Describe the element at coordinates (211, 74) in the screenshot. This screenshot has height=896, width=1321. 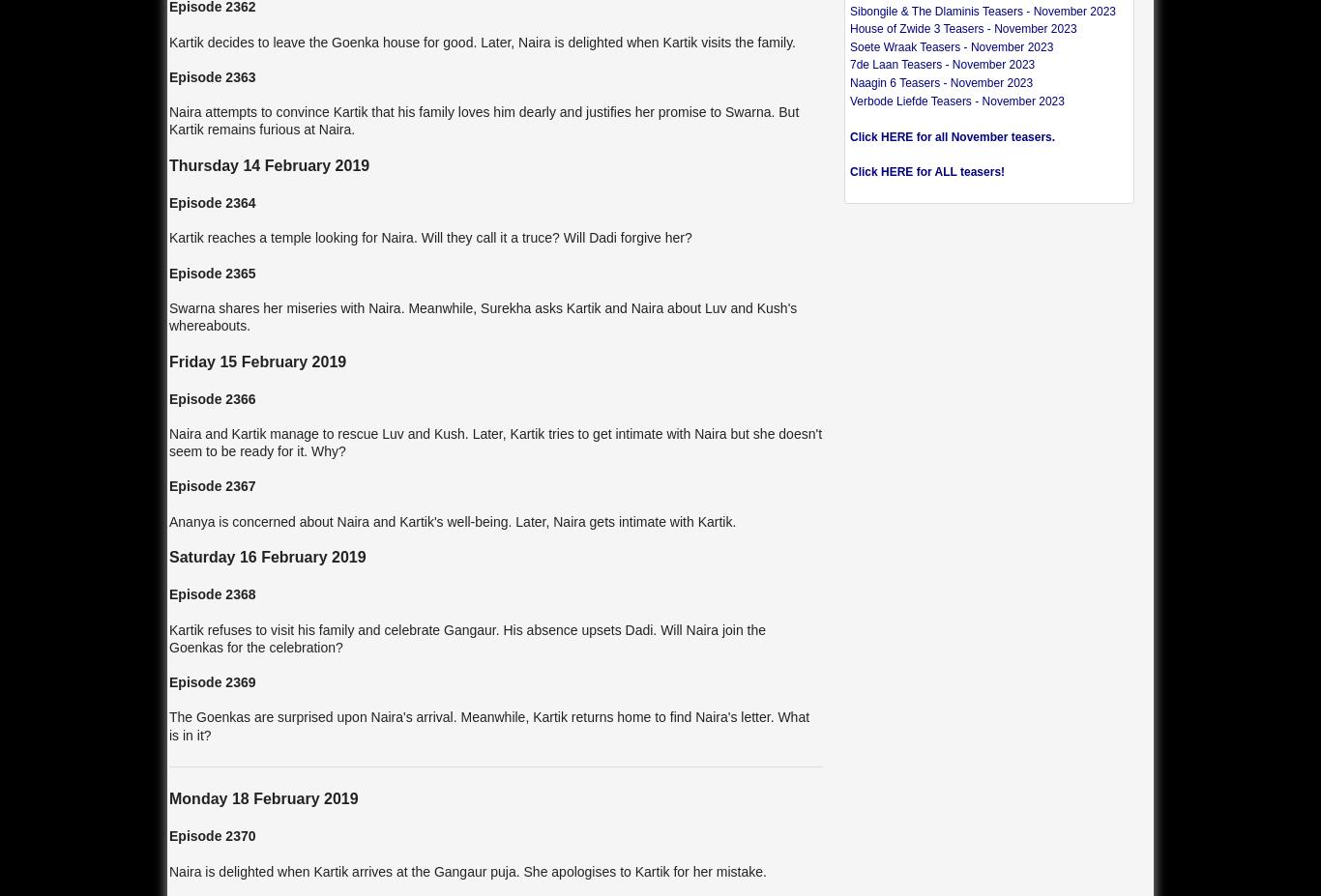
I see `'Episode 2363'` at that location.